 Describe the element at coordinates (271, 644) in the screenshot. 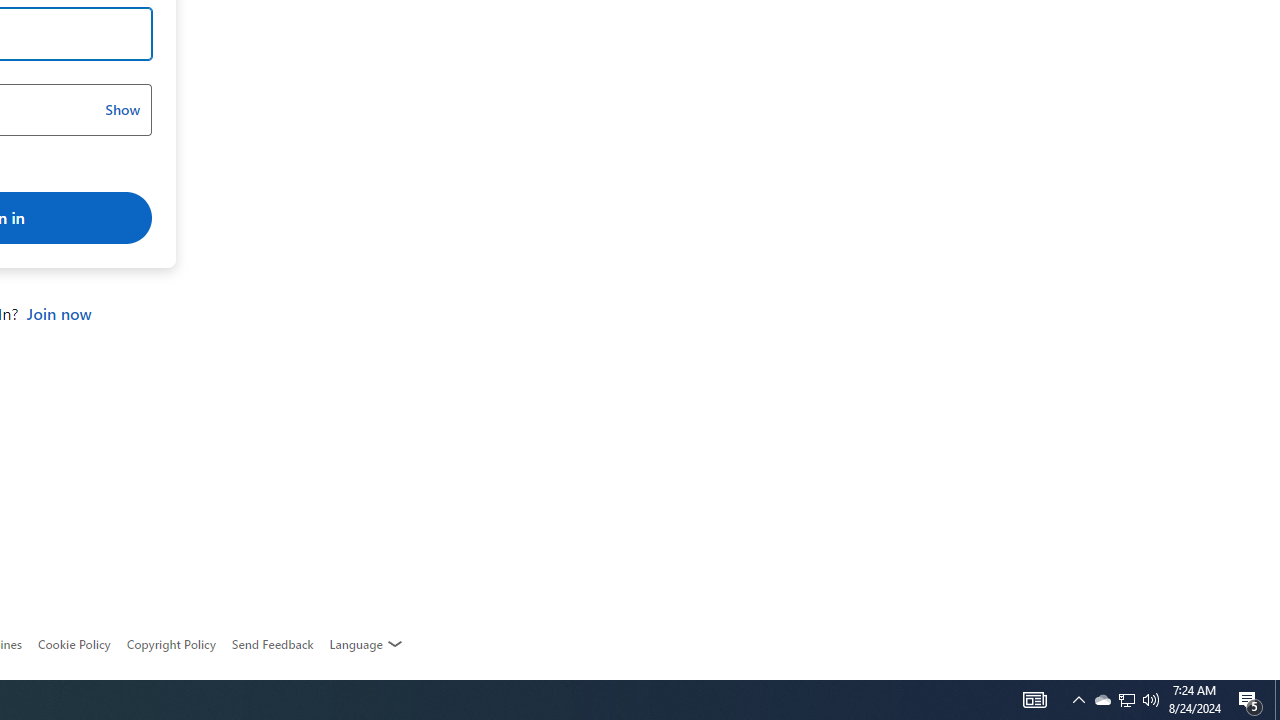

I see `'Send Feedback'` at that location.